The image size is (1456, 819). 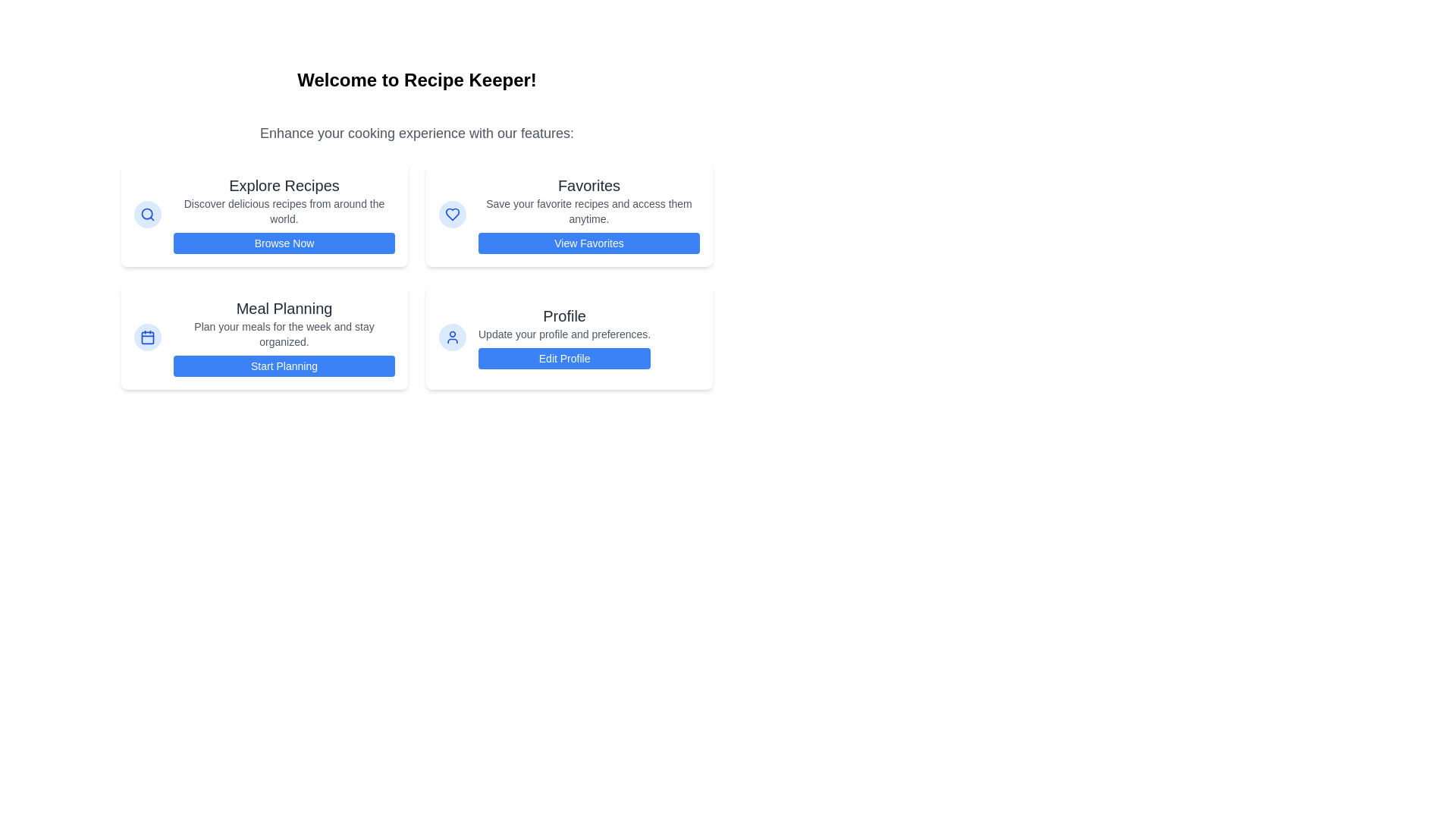 I want to click on the circular button with a light blue background and a magnifying glass icon located in the 'Explore Recipes' section card, near the top-left corner, so click(x=148, y=214).